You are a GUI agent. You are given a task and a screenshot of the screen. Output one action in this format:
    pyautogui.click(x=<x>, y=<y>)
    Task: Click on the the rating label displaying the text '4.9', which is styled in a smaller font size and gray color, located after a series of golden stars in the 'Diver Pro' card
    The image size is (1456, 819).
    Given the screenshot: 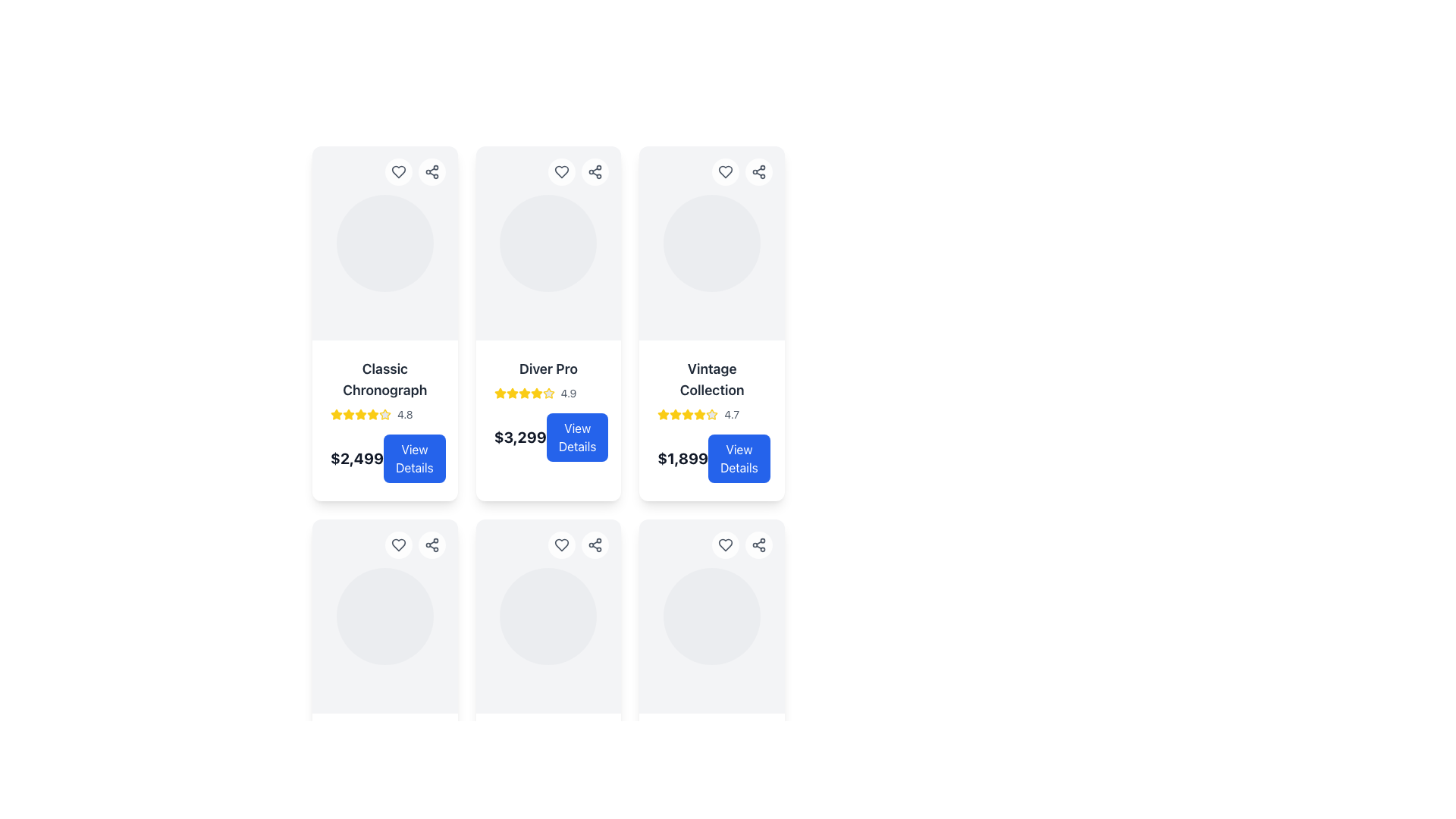 What is the action you would take?
    pyautogui.click(x=567, y=393)
    